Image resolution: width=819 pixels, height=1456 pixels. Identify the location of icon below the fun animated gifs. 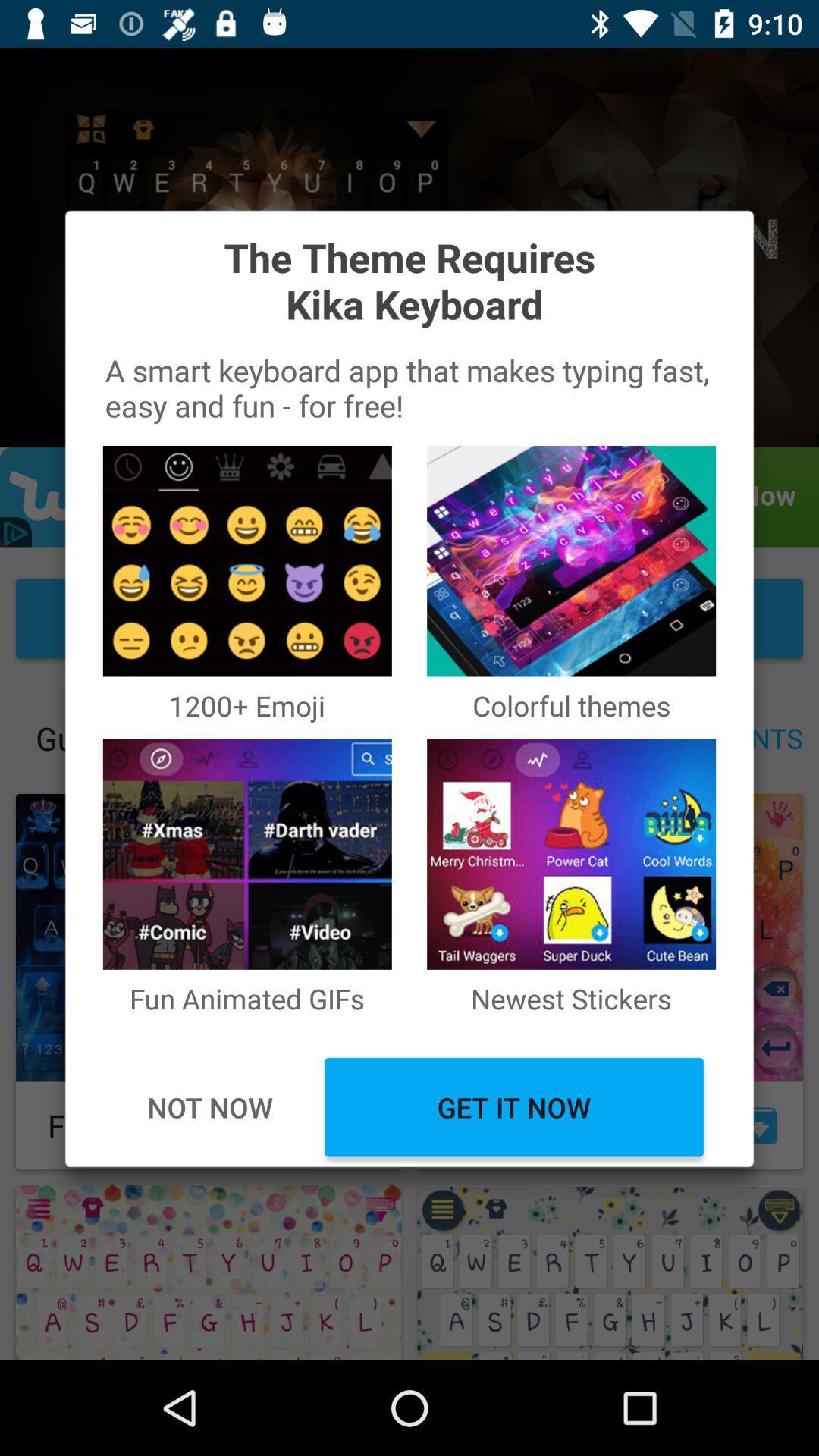
(209, 1107).